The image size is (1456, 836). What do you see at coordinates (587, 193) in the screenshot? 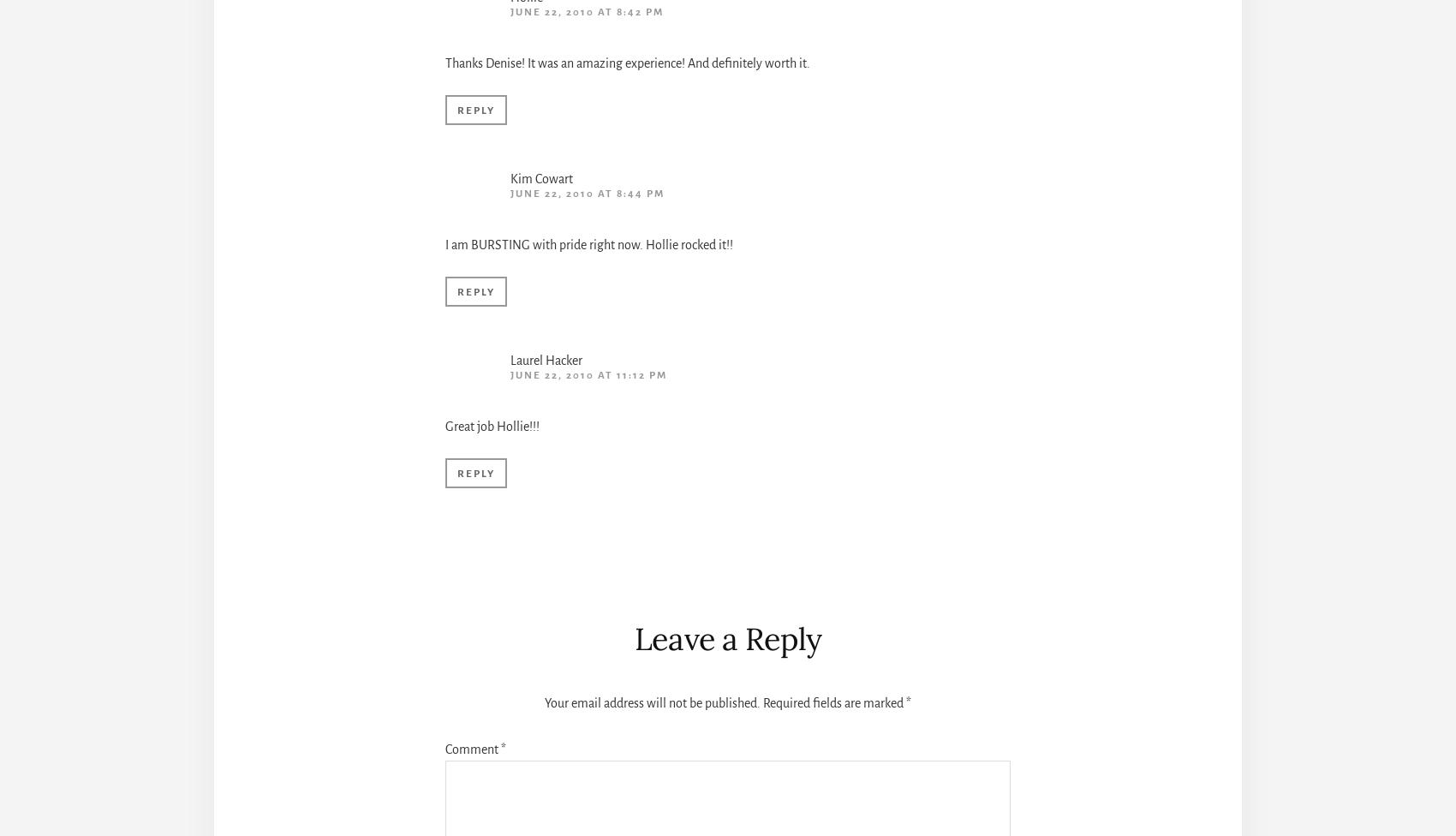
I see `'June 22, 2010 at 8:44 pm'` at bounding box center [587, 193].